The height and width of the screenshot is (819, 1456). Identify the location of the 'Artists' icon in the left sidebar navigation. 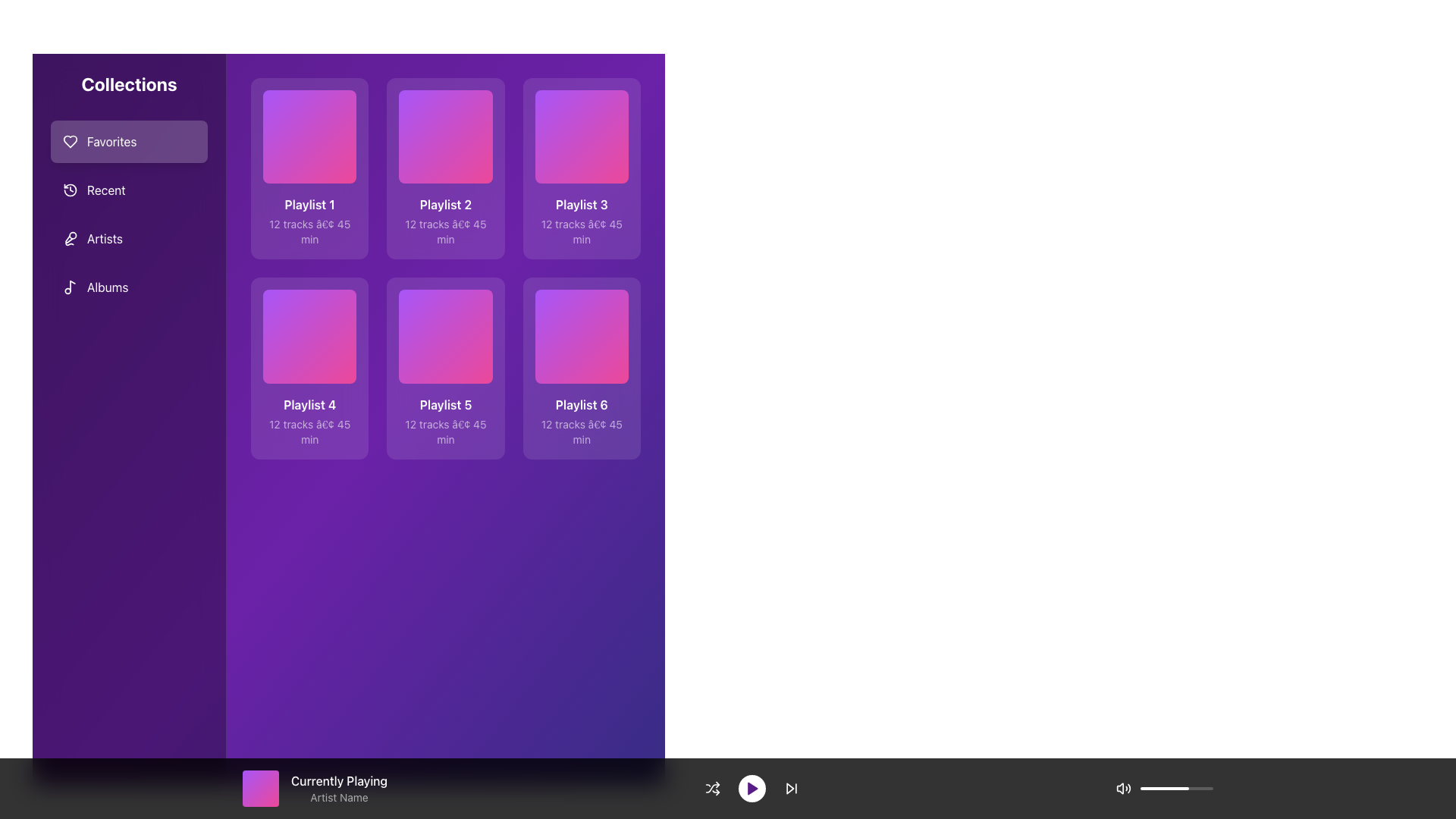
(69, 239).